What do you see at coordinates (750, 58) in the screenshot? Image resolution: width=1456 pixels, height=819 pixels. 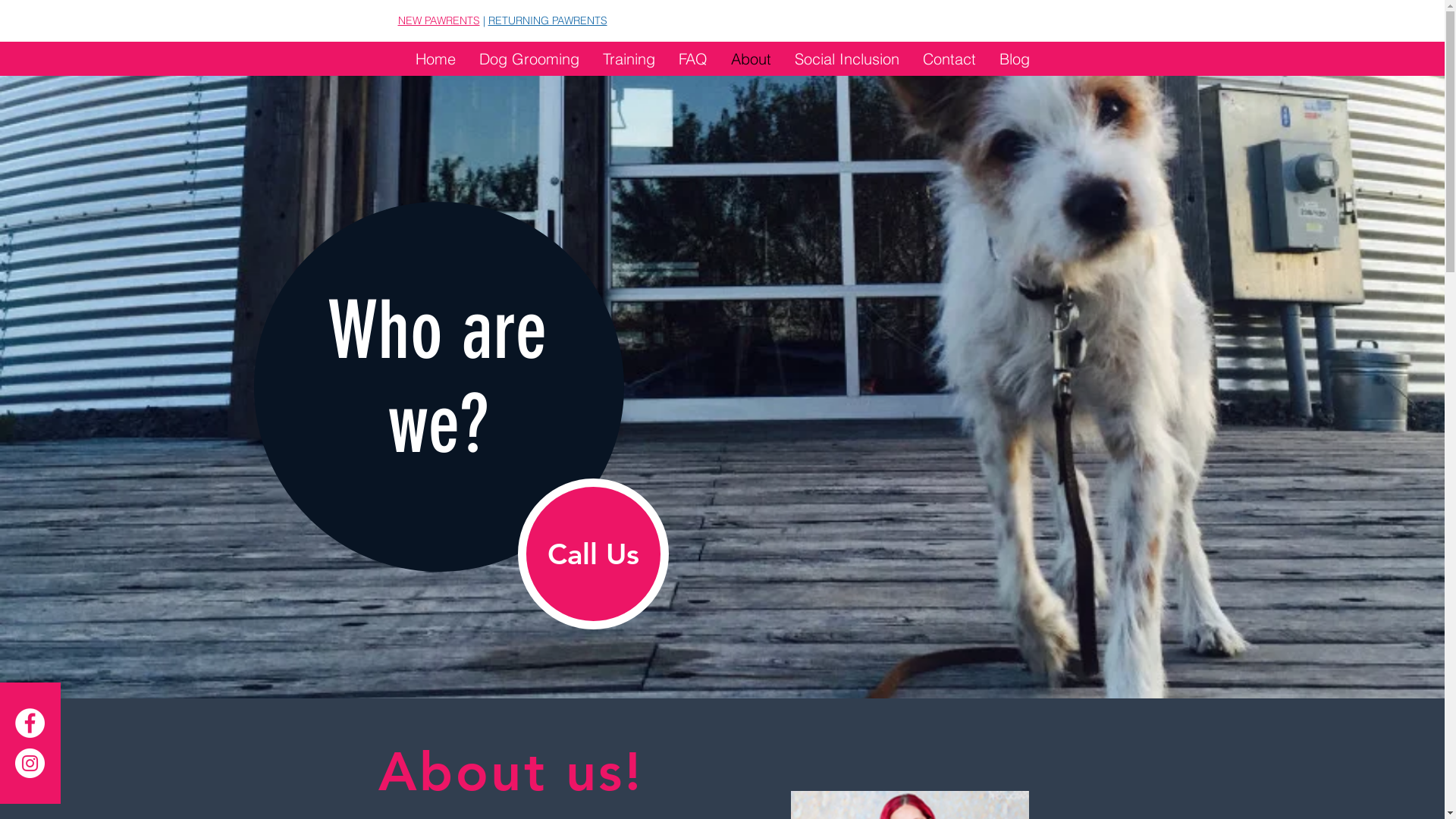 I see `'About'` at bounding box center [750, 58].